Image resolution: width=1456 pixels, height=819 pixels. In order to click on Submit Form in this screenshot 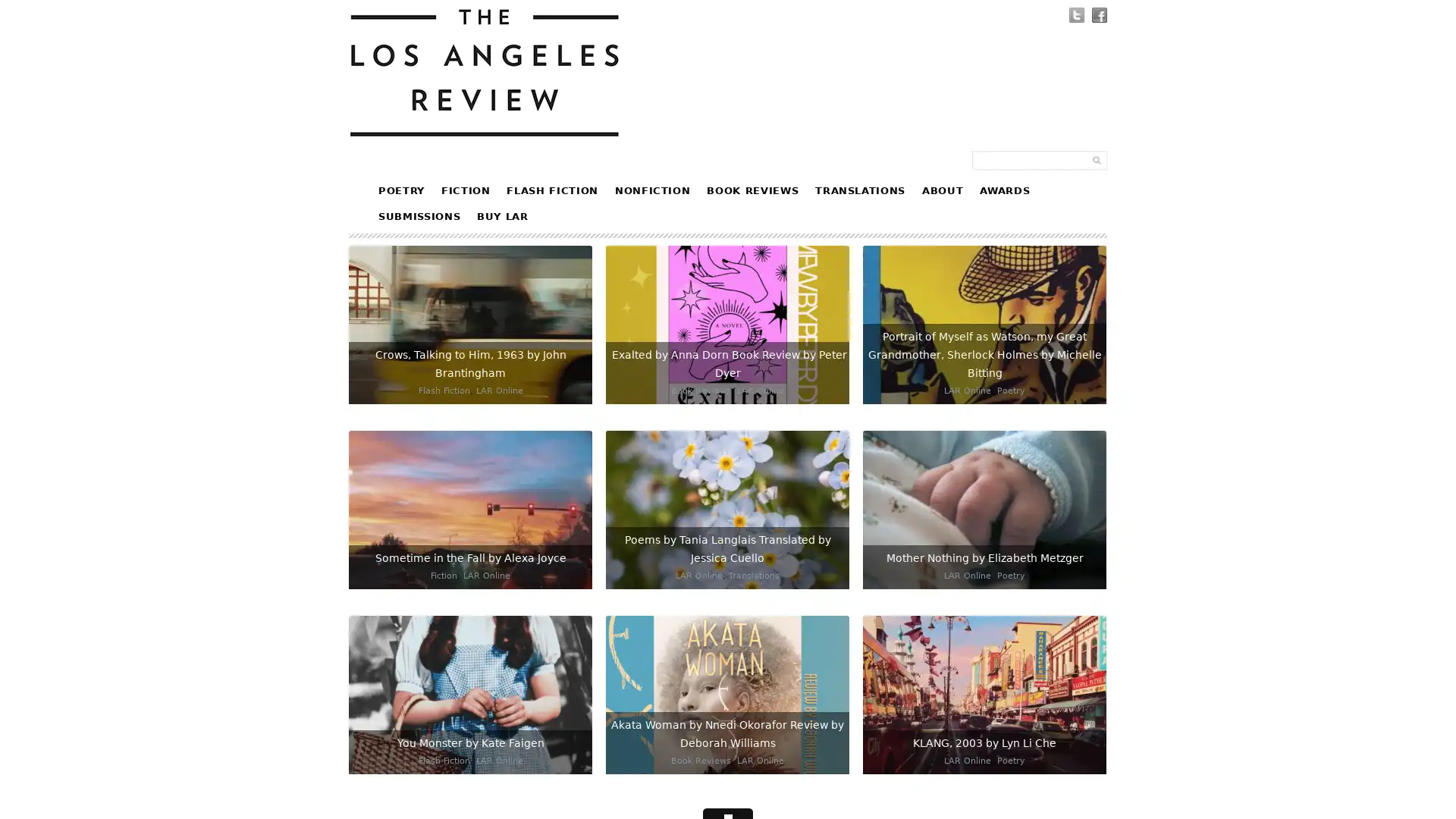, I will do `click(1097, 160)`.